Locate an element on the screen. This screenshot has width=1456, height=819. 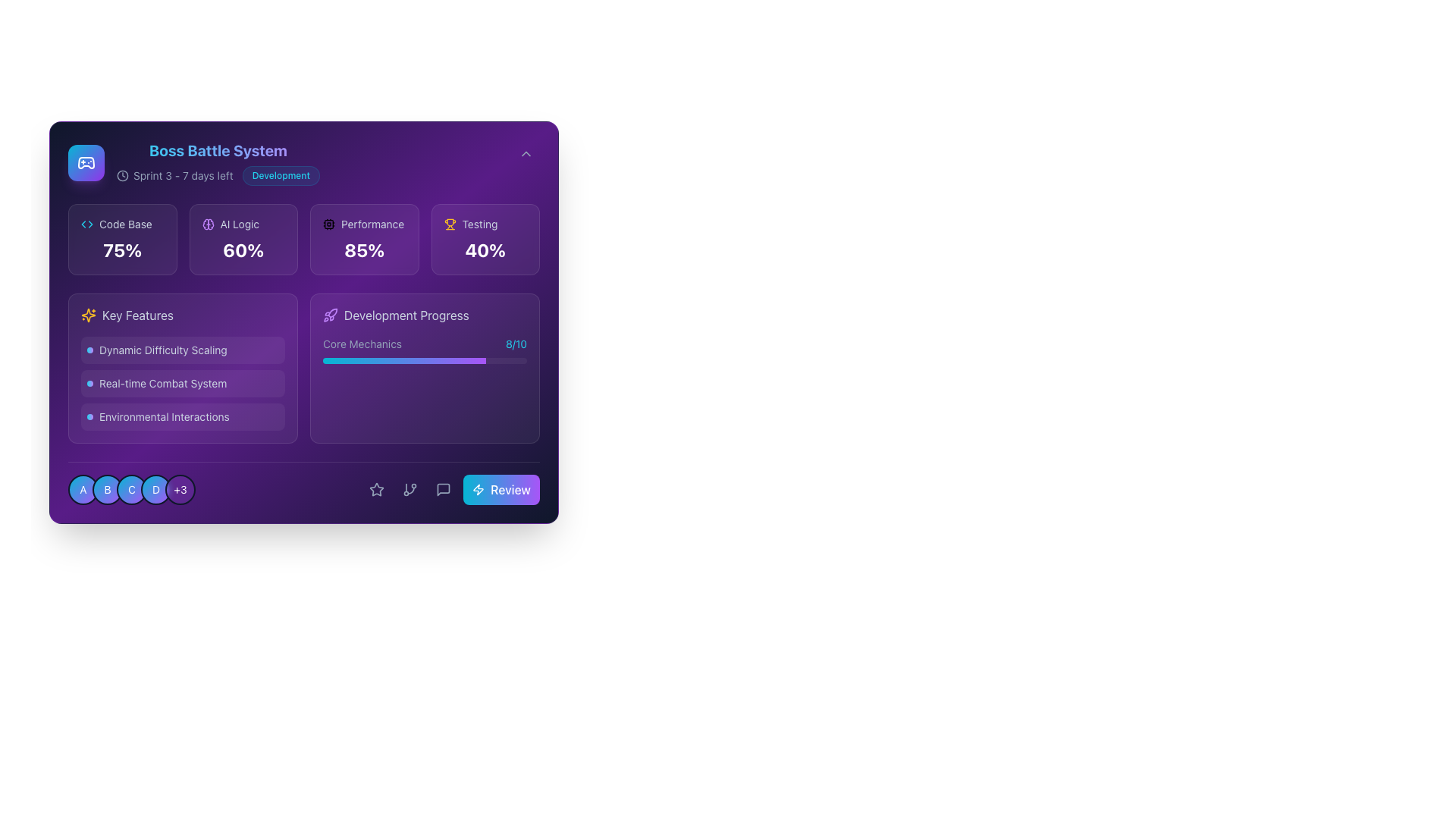
the circular avatar icon containing the letter 'C', which is the third icon in a horizontal list of circular components with gradient backgrounds is located at coordinates (131, 489).